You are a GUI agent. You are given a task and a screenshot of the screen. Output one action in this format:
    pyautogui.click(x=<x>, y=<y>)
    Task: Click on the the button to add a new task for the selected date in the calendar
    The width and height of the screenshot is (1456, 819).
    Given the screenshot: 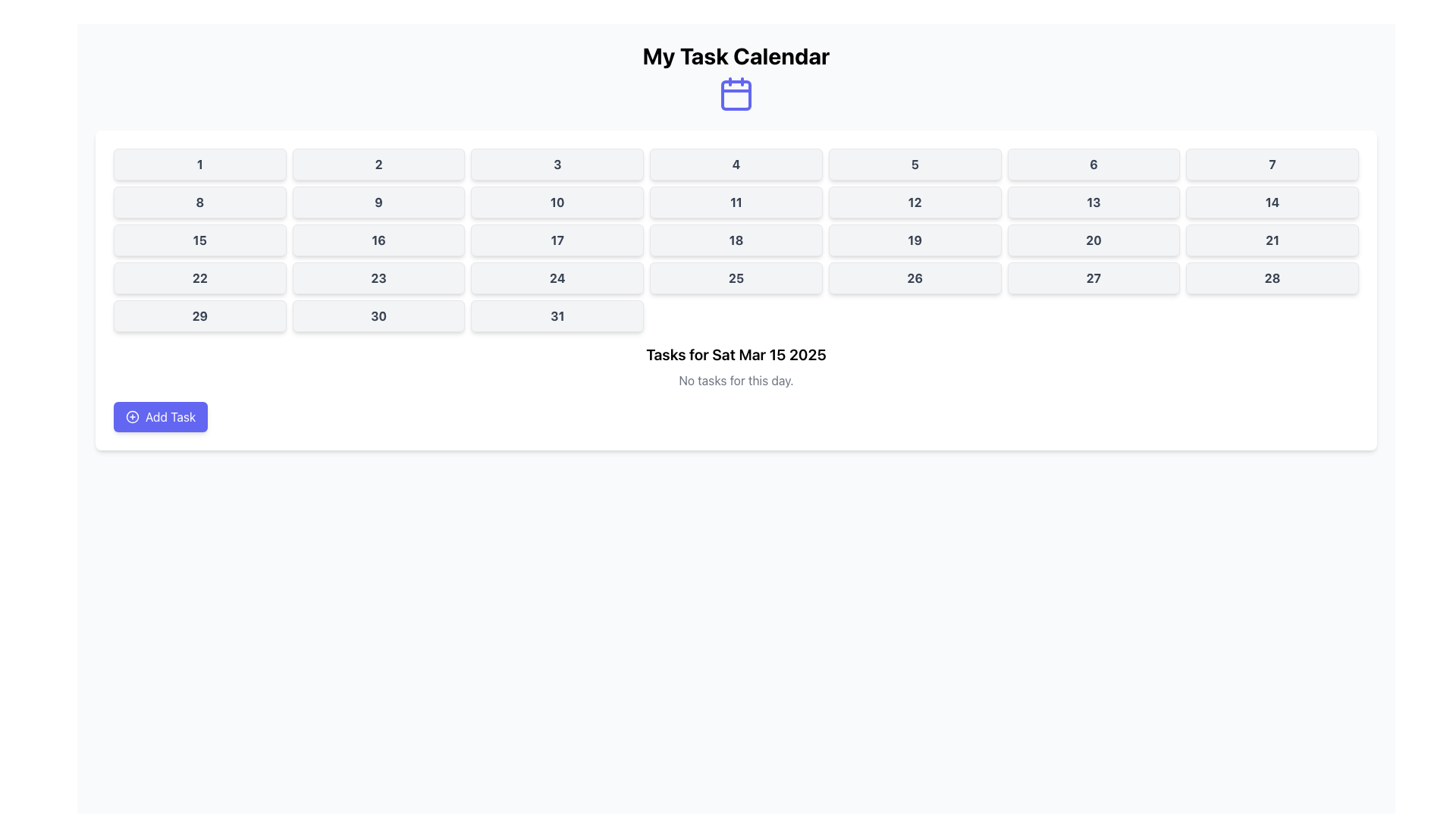 What is the action you would take?
    pyautogui.click(x=161, y=417)
    